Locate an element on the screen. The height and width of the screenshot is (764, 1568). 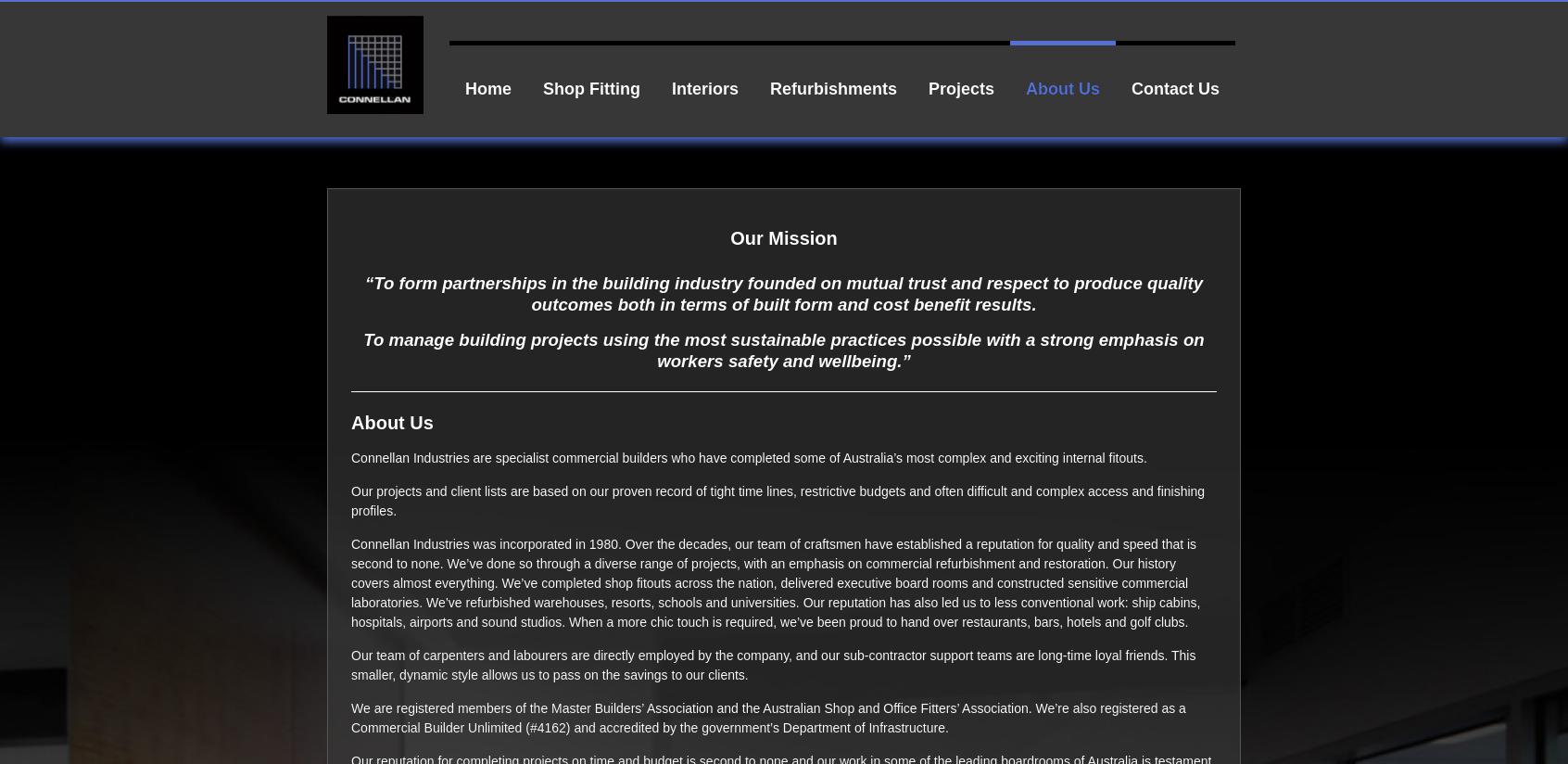
'Connellan Industries was incorporated in 1980. Over the decades, our team of craftsmen have established a reputation for quality and speed that is second to none. We’ve done so through a diverse range of projects, with an emphasis on commercial refurbishment and restoration. Our history covers almost everything. We’ve completed shop fitouts across the nation, delivered executive board rooms and constructed sensitive commercial laboratories. We’ve refurbished warehouses, resorts, schools and universities. Our reputation has also led us to less conventional work: ship cabins, hospitals, airports and sound studios. When a more chic touch is required, we’ve been proud to hand over restaurants, bars, hotels and golf clubs.' is located at coordinates (776, 580).